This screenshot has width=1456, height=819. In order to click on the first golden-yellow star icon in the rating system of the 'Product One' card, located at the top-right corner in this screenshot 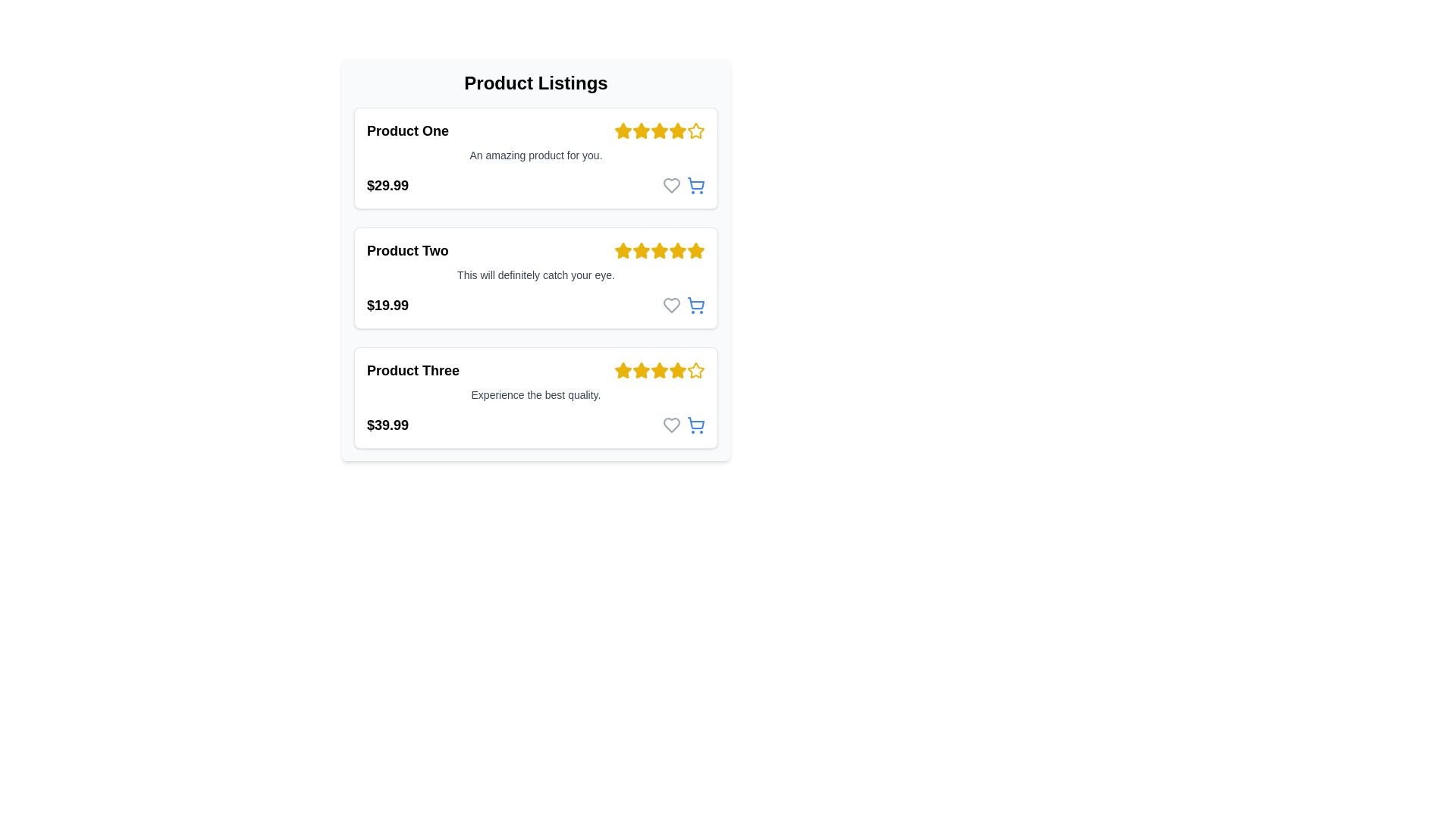, I will do `click(623, 130)`.